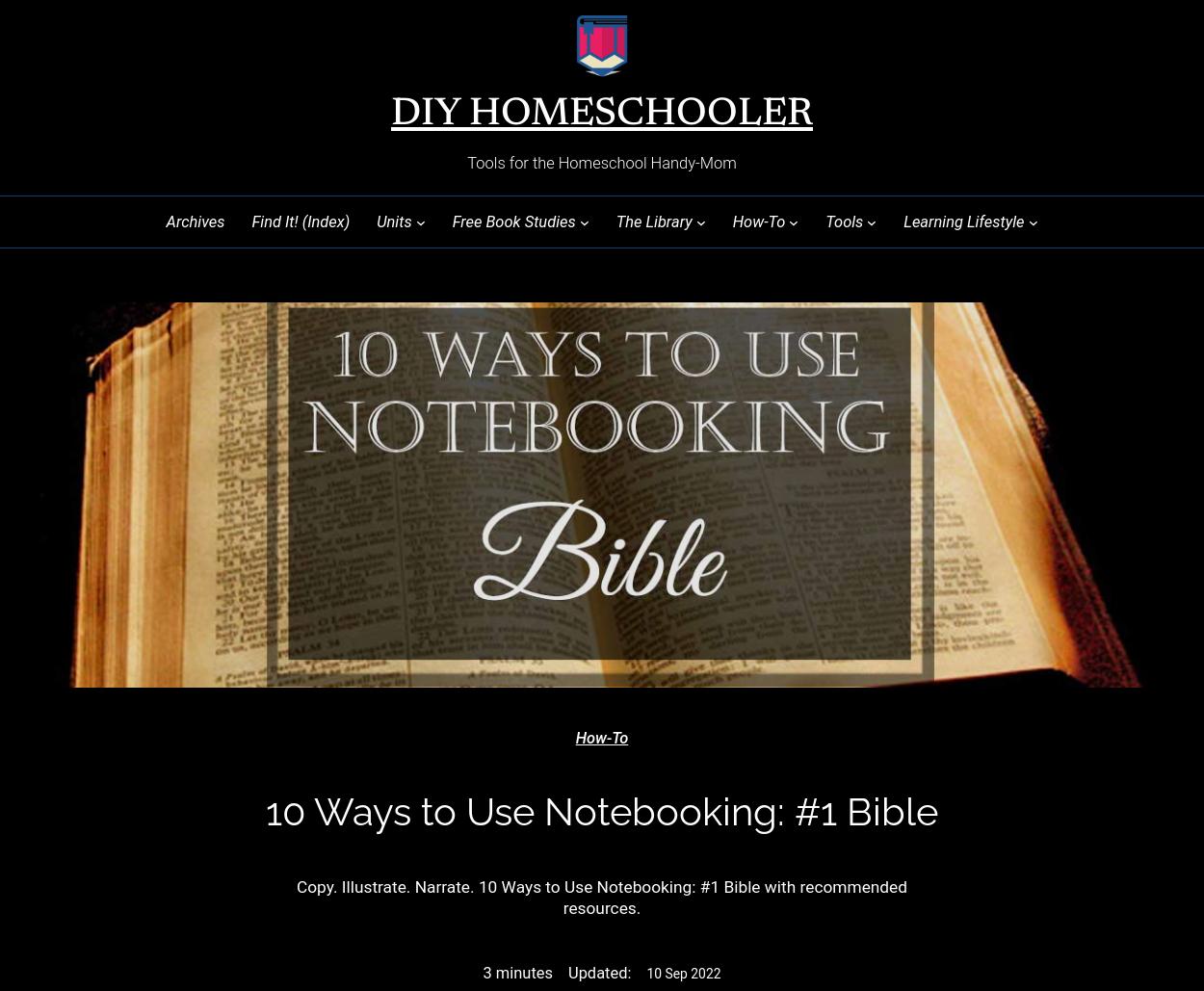 Image resolution: width=1204 pixels, height=991 pixels. What do you see at coordinates (301, 220) in the screenshot?
I see `'Find It! (Index)'` at bounding box center [301, 220].